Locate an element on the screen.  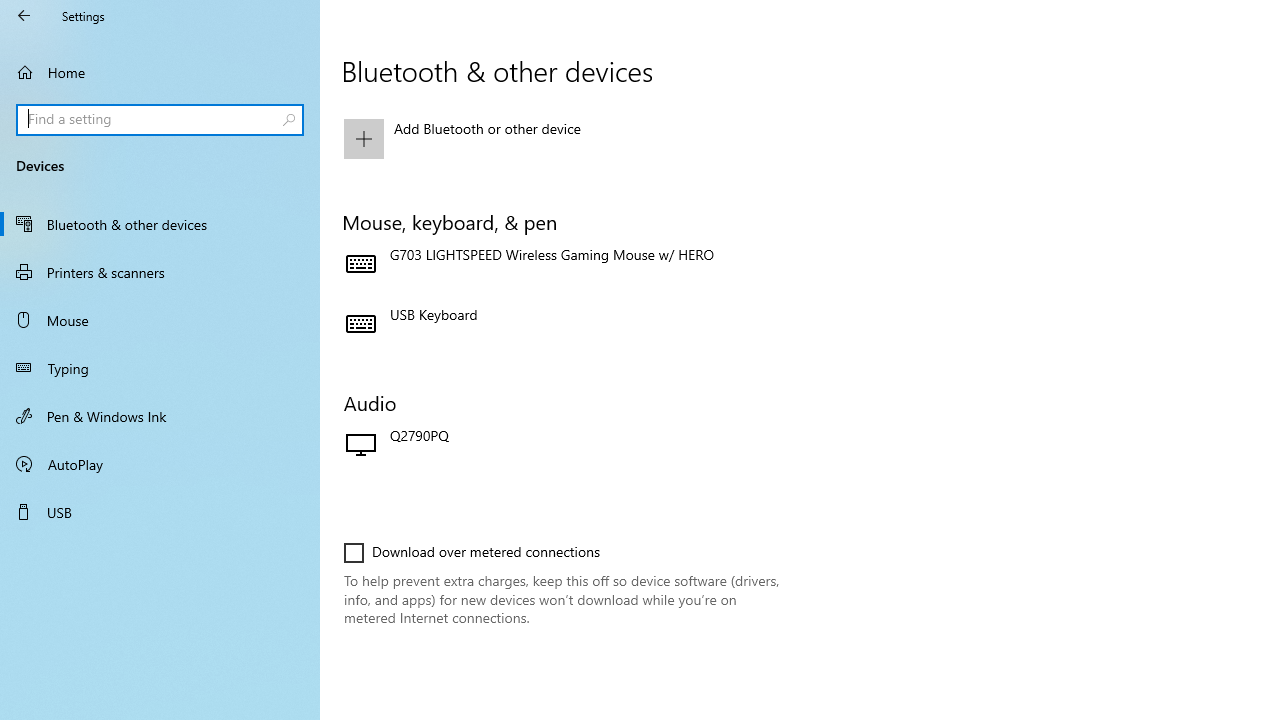
'USB' is located at coordinates (160, 510).